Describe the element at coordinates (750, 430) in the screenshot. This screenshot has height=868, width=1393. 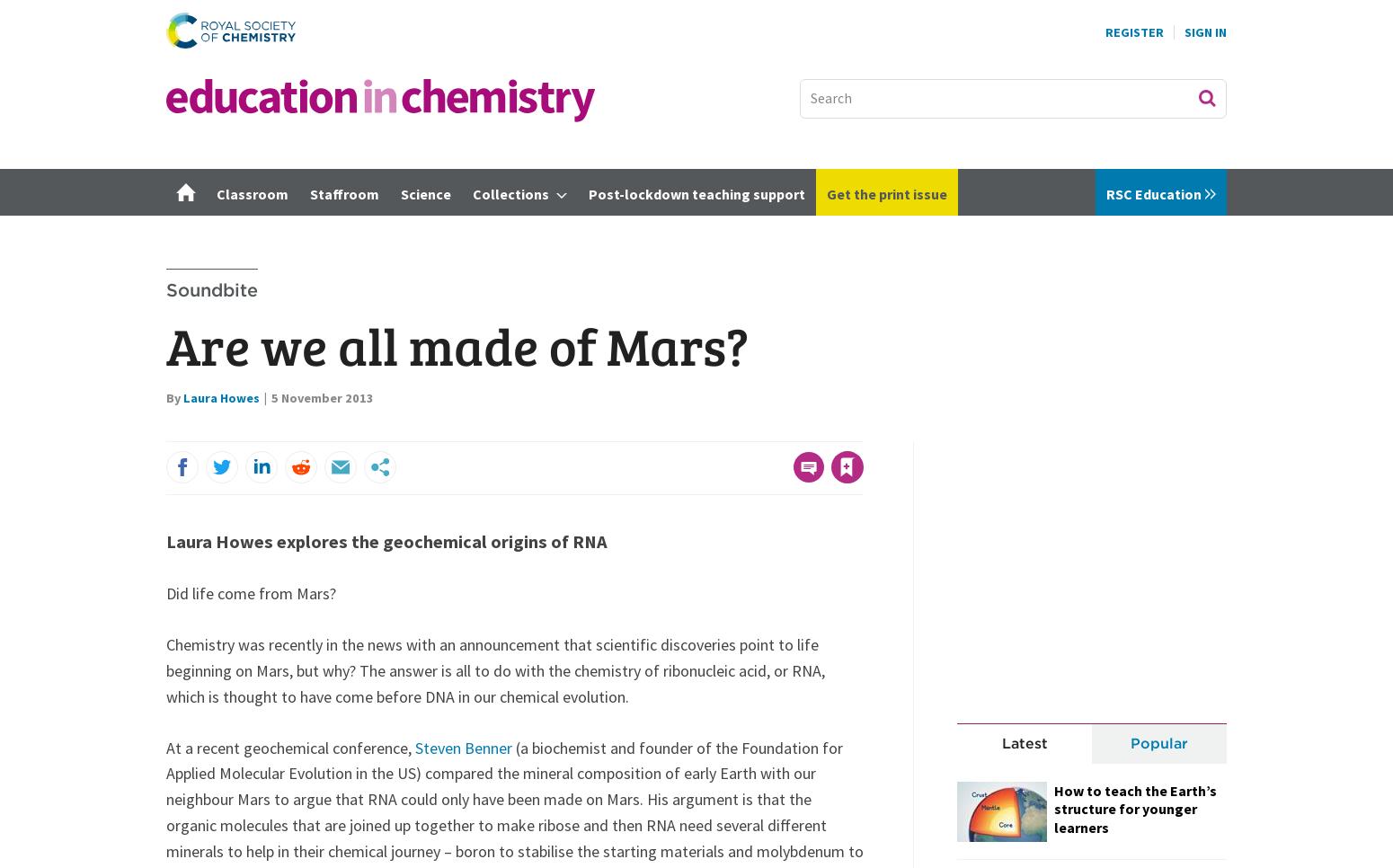
I see `'to your account to use this feature'` at that location.